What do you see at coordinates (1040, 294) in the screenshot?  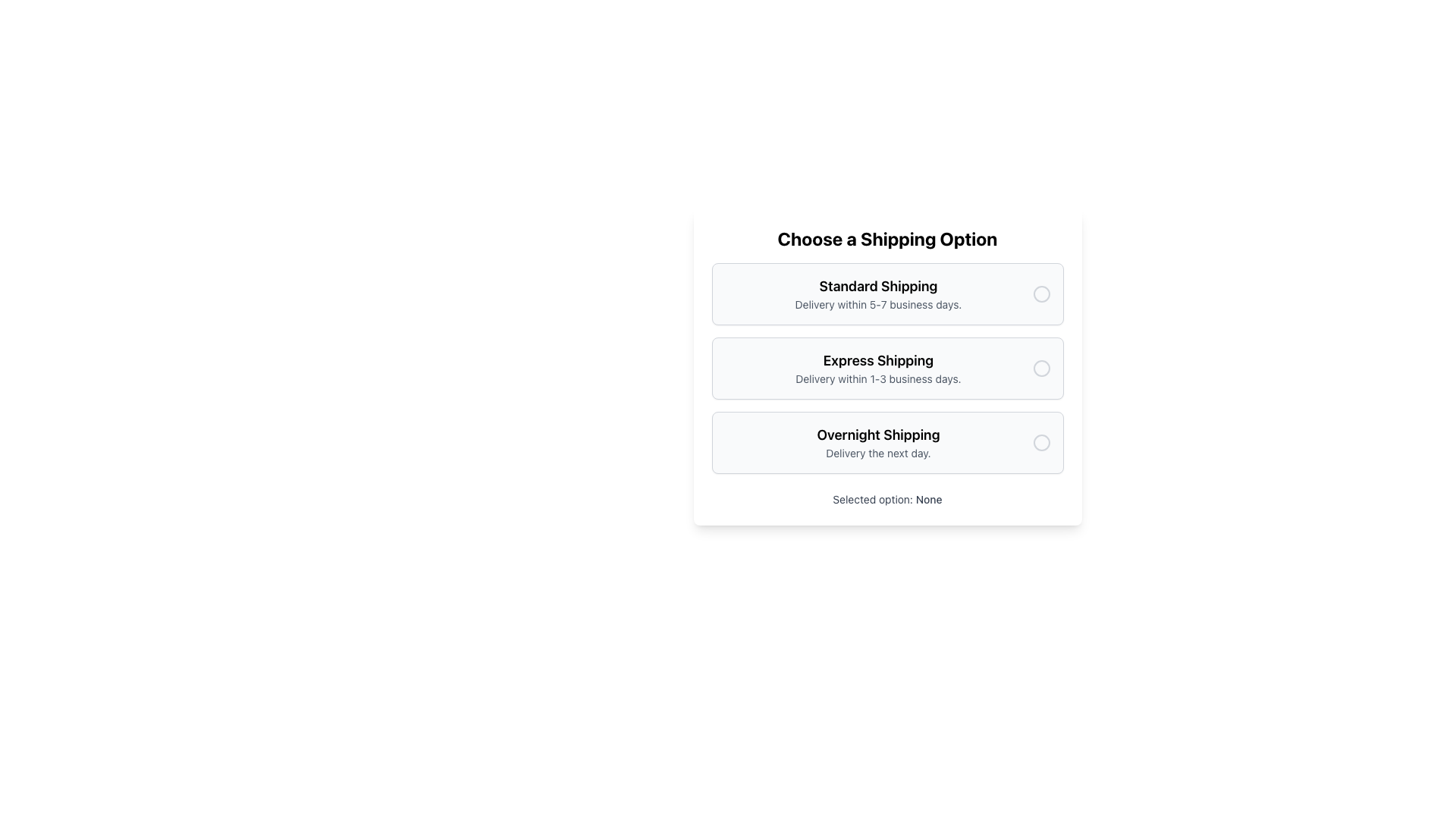 I see `the circular radio button indicator for the 'Standard Shipping' option` at bounding box center [1040, 294].